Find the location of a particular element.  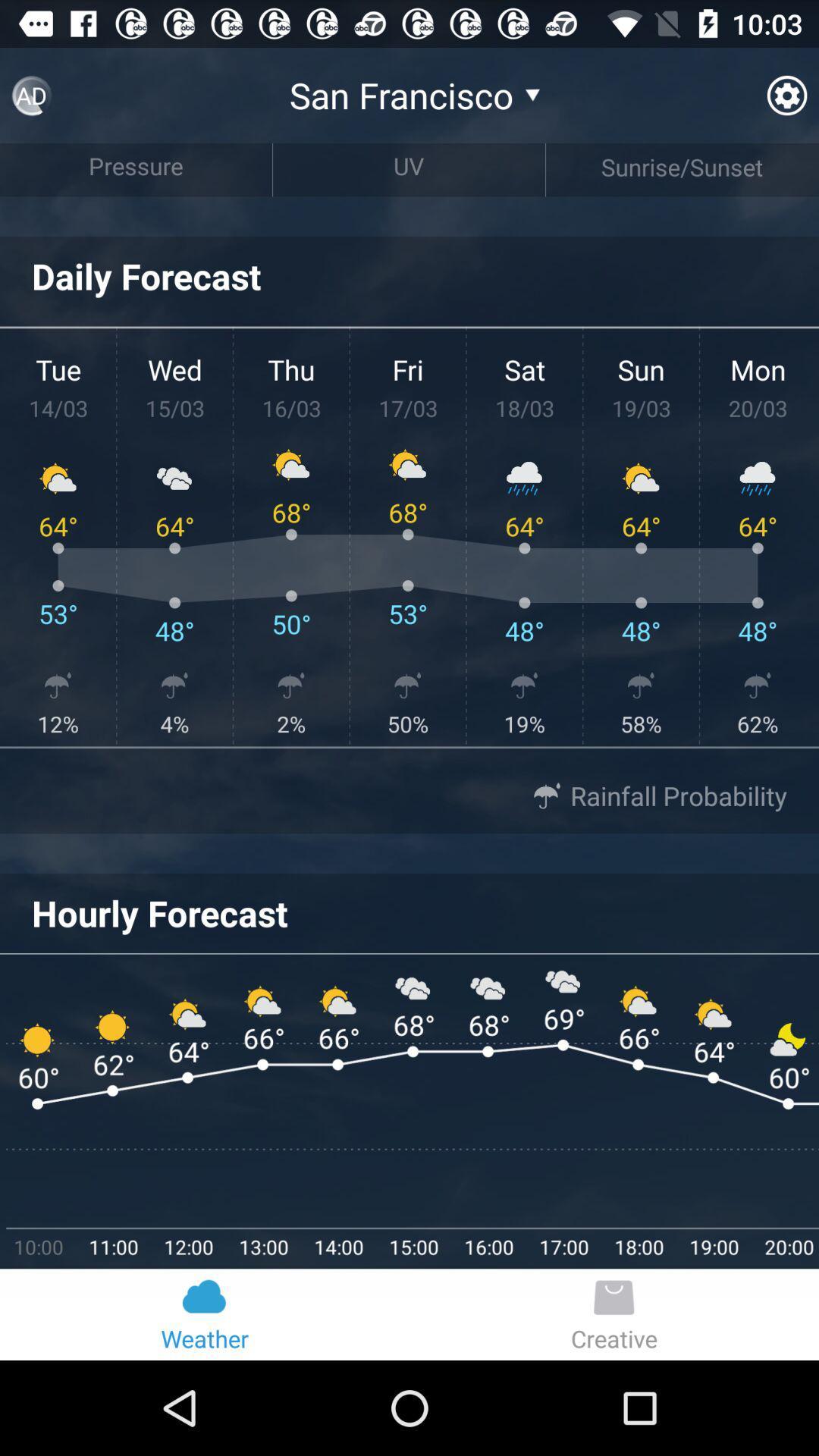

the settings icon is located at coordinates (786, 101).